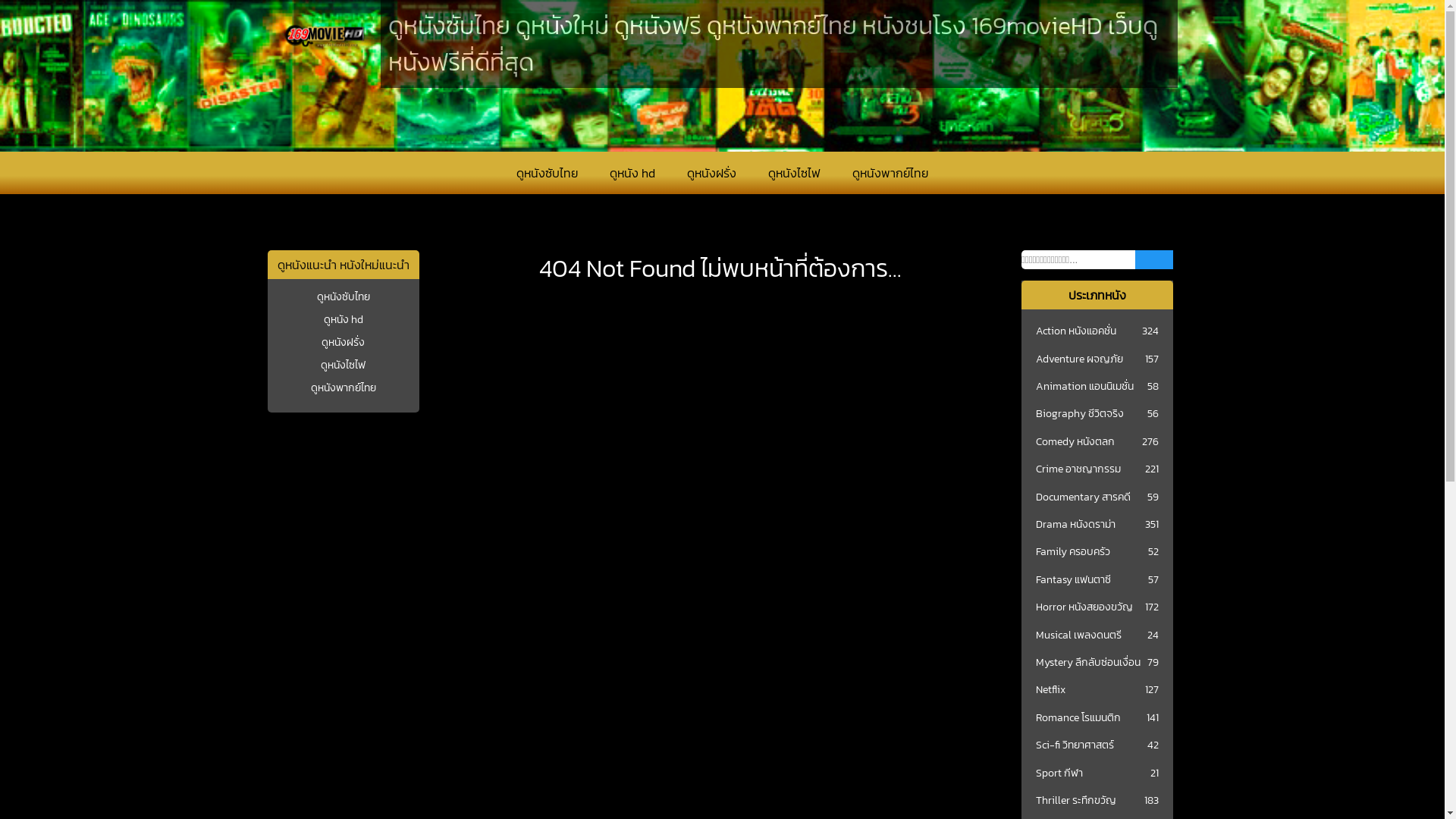 The height and width of the screenshot is (819, 1456). Describe the element at coordinates (1035, 690) in the screenshot. I see `'Netflix'` at that location.